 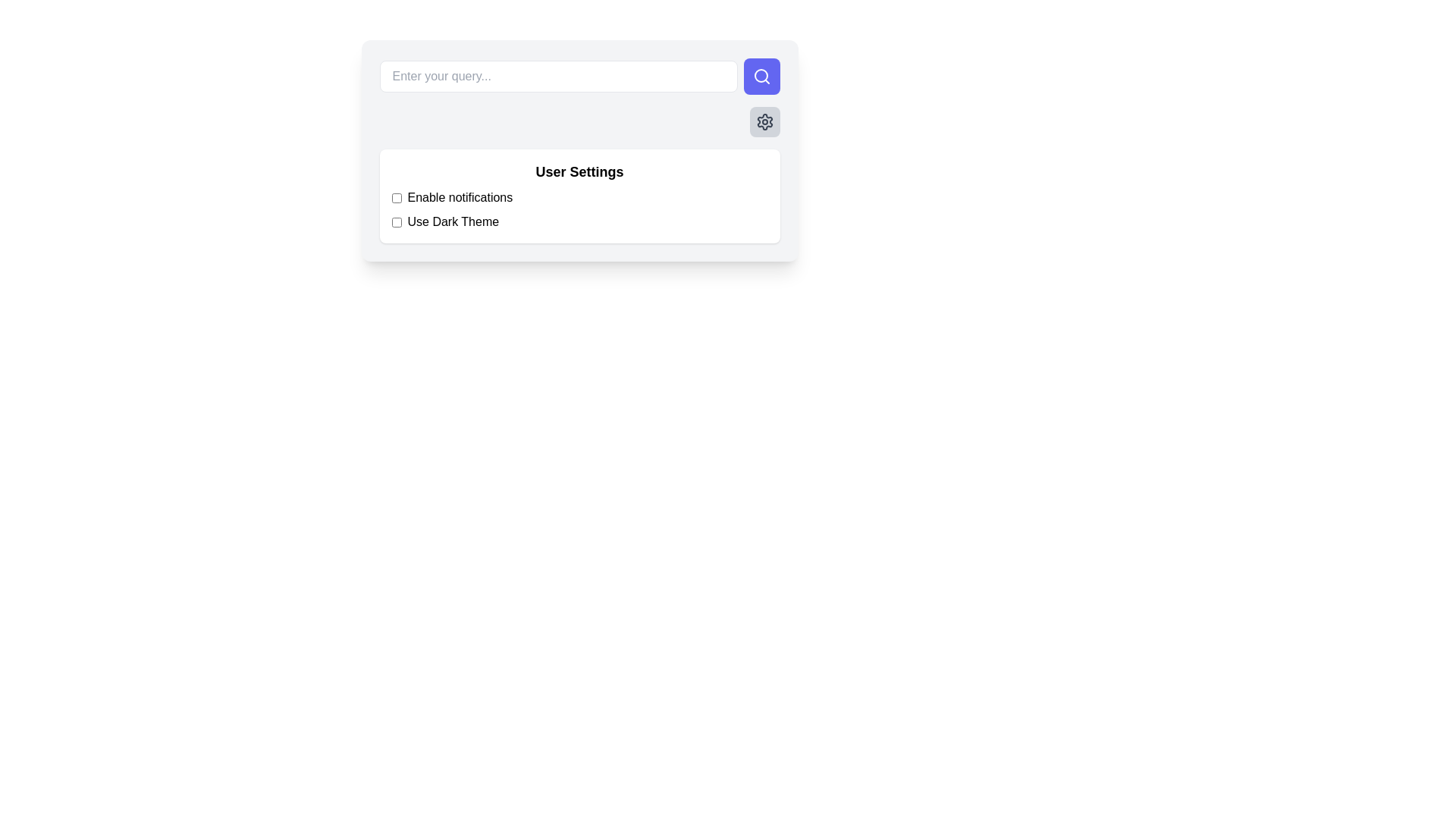 What do you see at coordinates (579, 171) in the screenshot?
I see `the Text label that serves as the header for the settings section, positioned above the 'Enable notifications' and 'Use Dark Theme' checkboxes` at bounding box center [579, 171].